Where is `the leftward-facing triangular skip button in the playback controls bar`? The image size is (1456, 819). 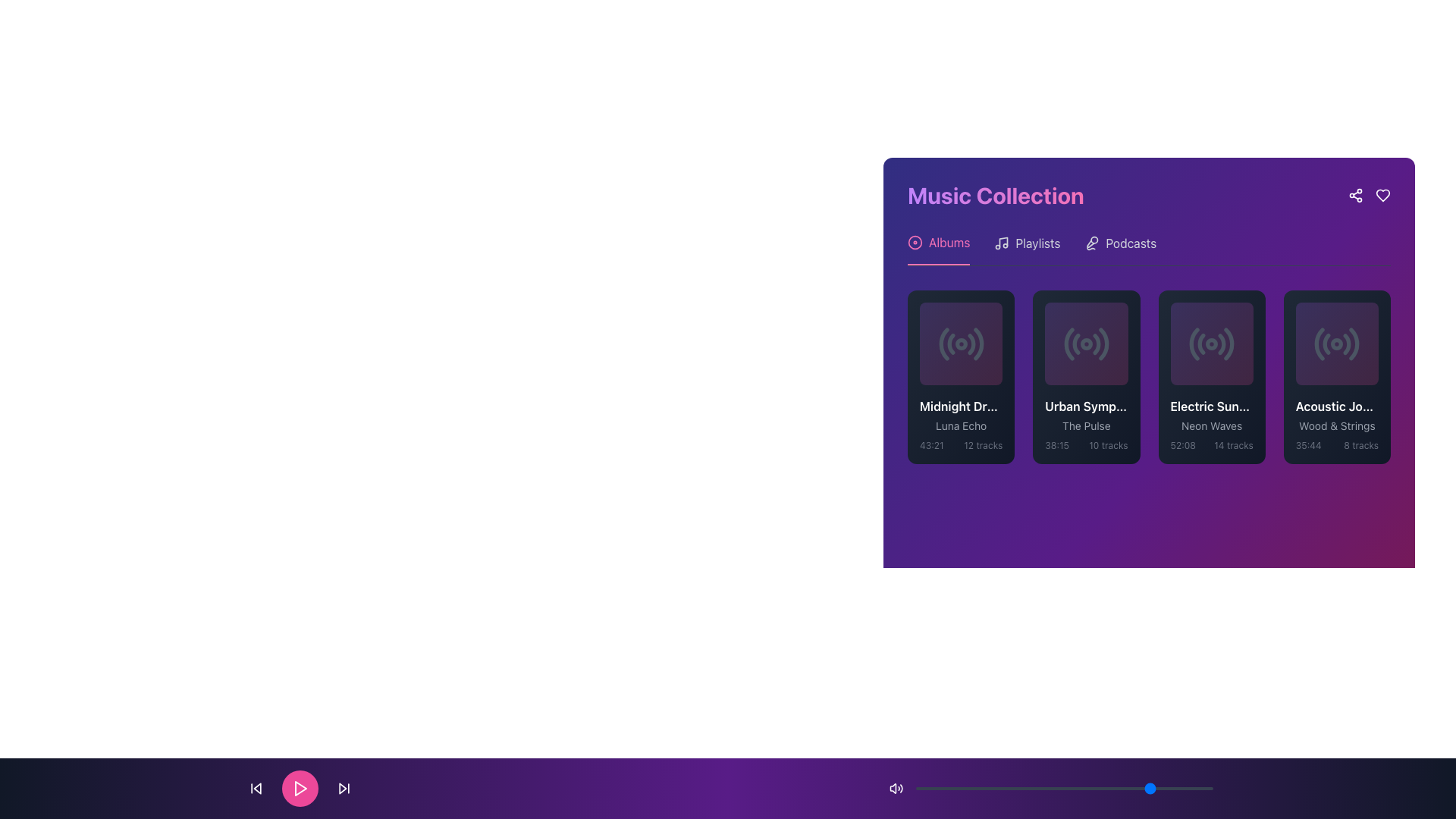 the leftward-facing triangular skip button in the playback controls bar is located at coordinates (257, 788).